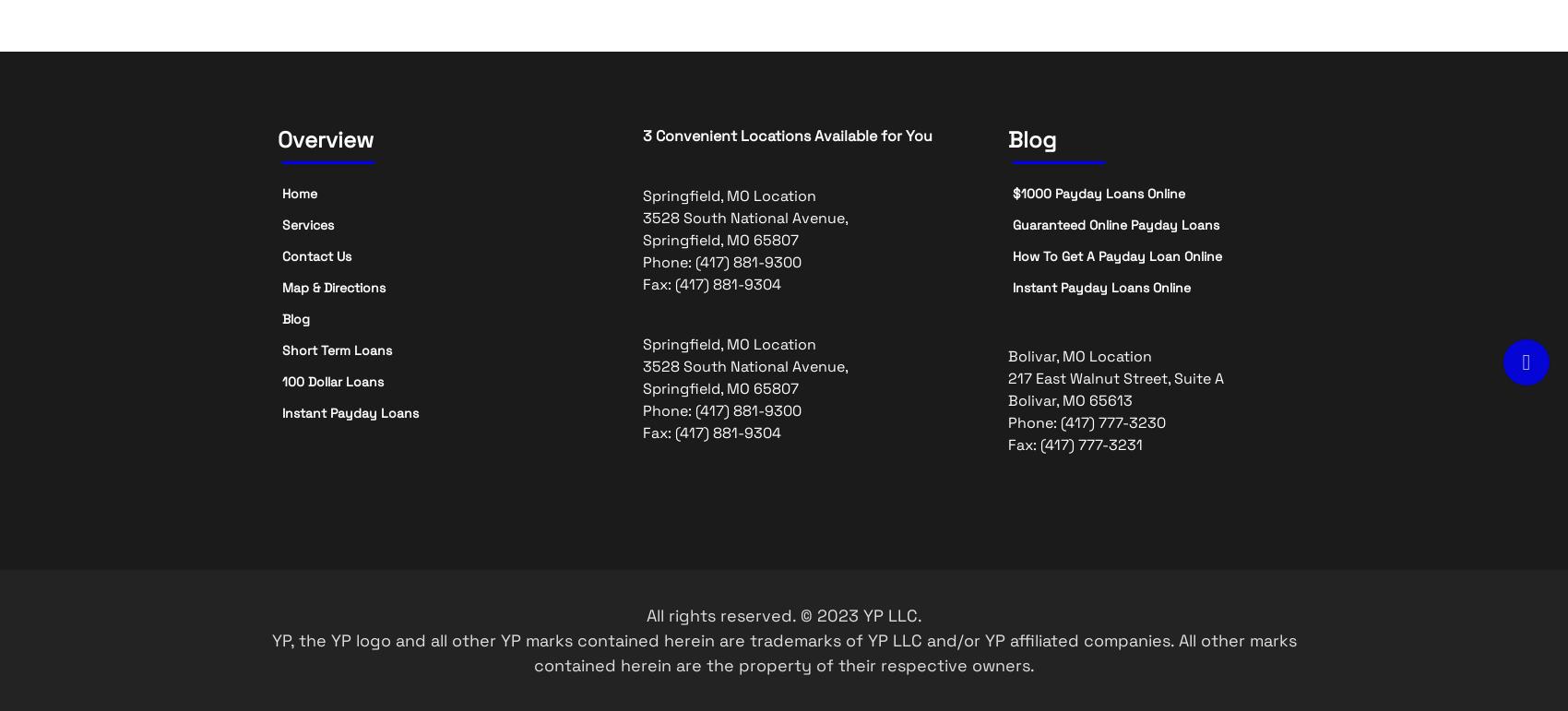  What do you see at coordinates (1116, 255) in the screenshot?
I see `'How To Get A Payday Loan Online'` at bounding box center [1116, 255].